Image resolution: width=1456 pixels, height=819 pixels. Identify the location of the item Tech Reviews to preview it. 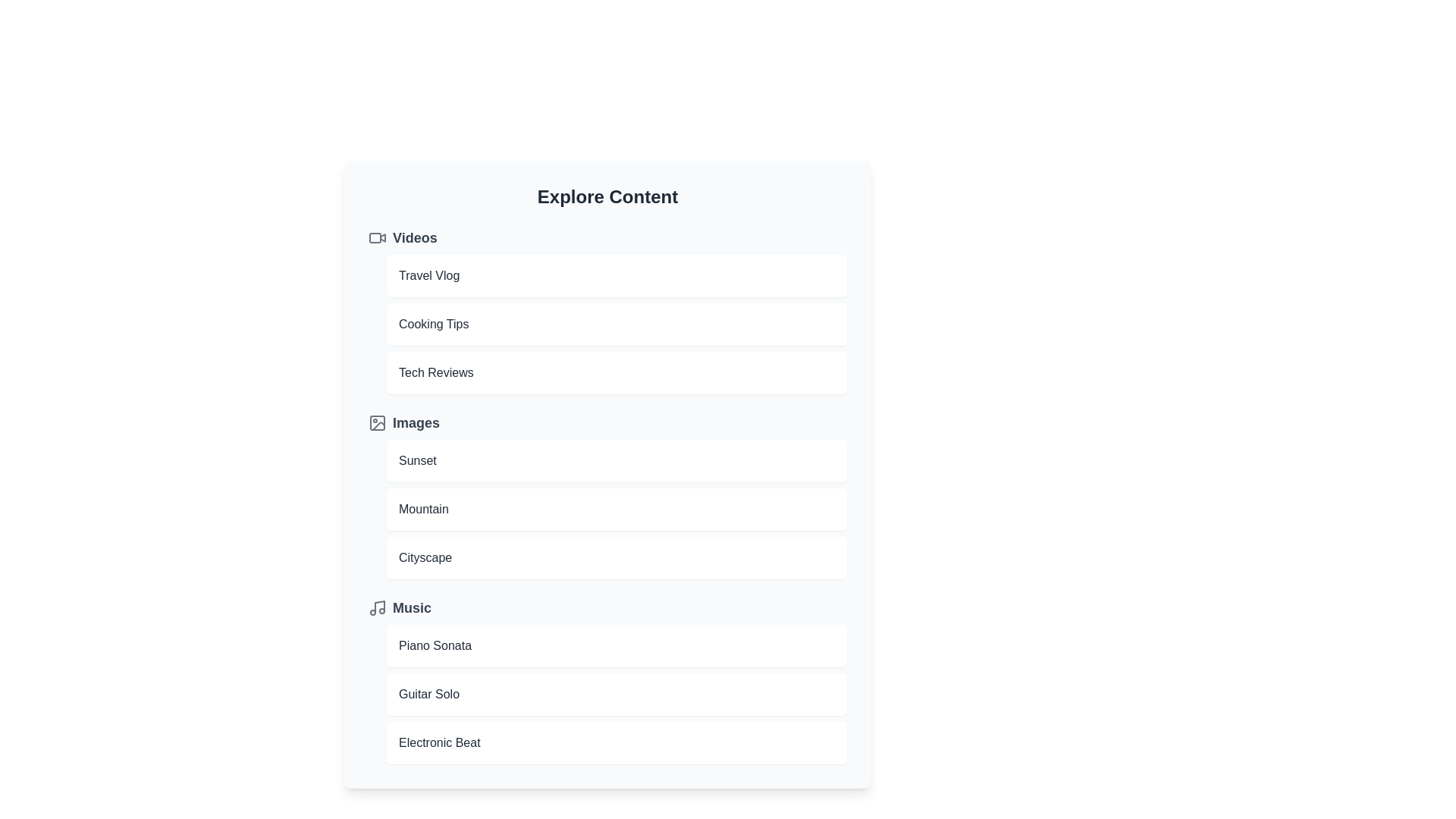
(617, 373).